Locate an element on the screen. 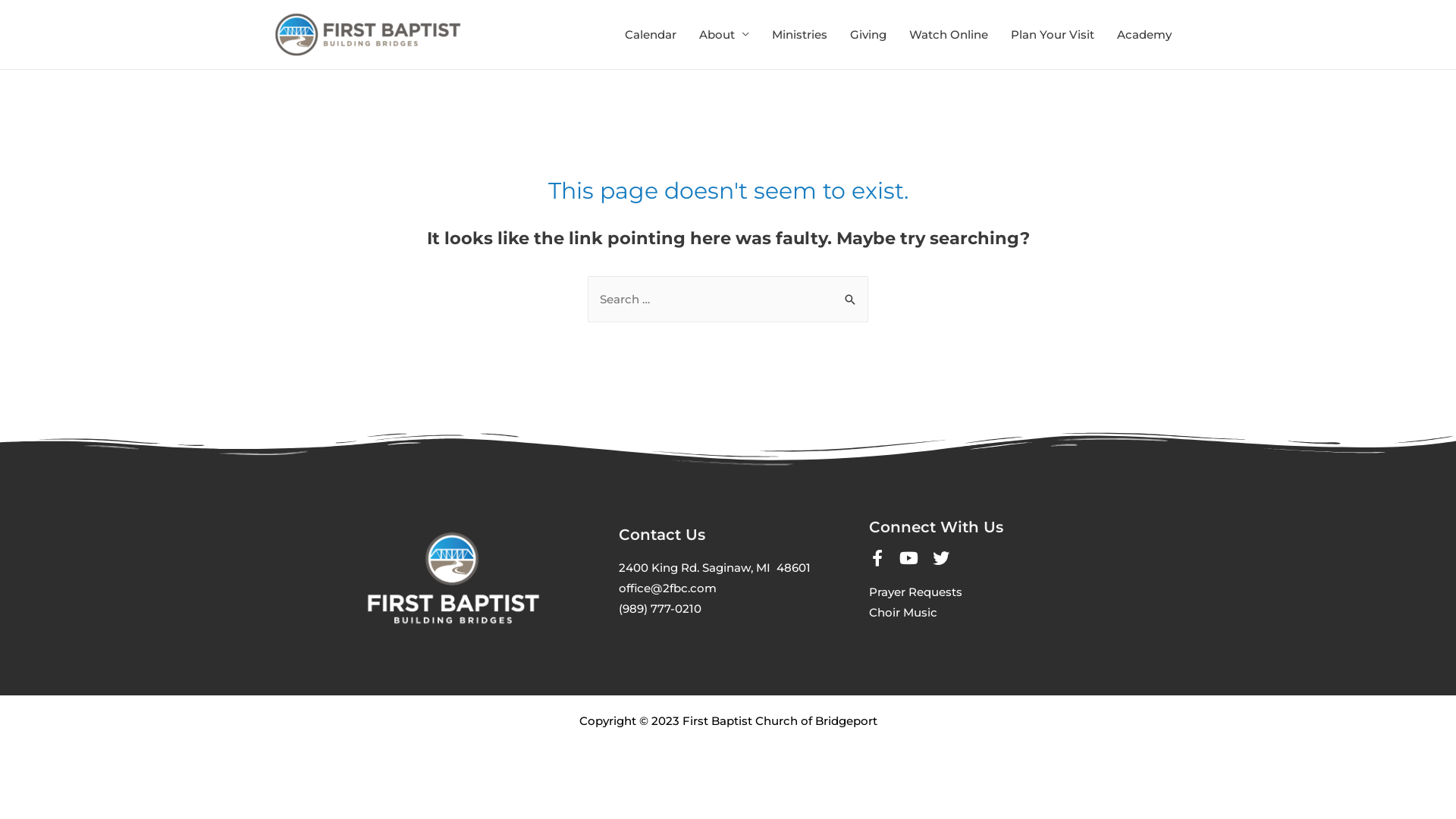 The width and height of the screenshot is (1456, 819). 'Calendar' is located at coordinates (651, 34).